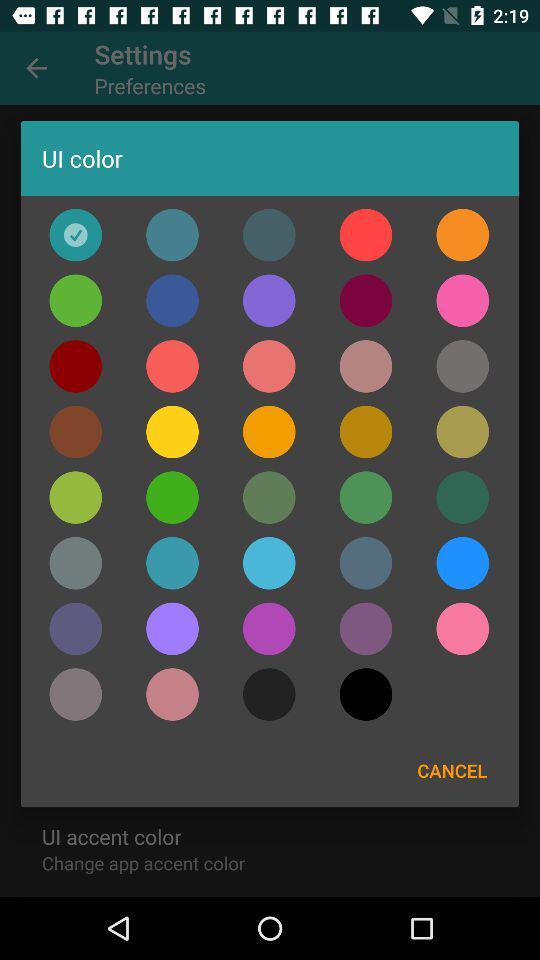  I want to click on icon below the ui color icon, so click(269, 235).